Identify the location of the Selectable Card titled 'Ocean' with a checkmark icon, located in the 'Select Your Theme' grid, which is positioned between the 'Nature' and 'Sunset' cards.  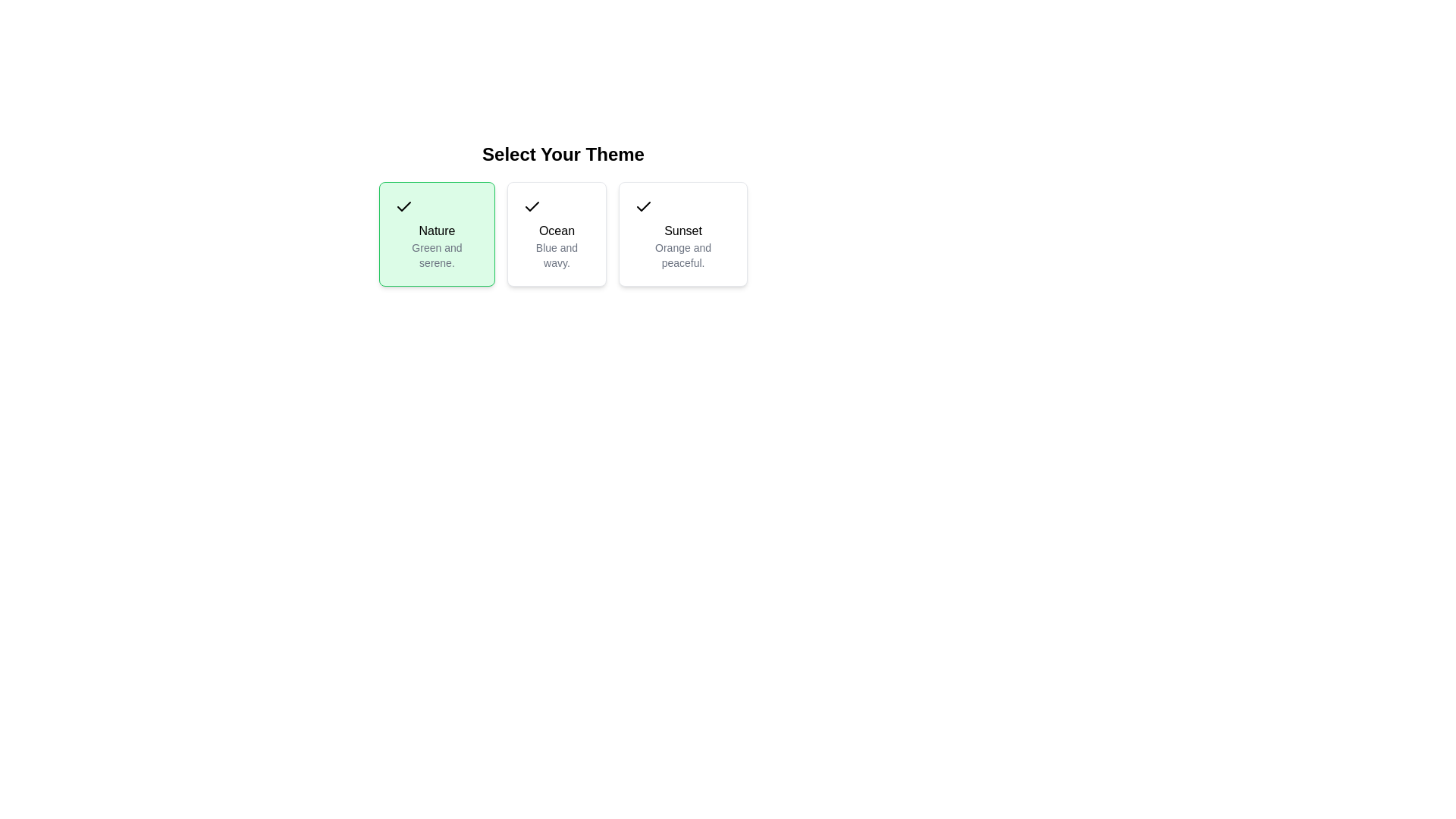
(556, 234).